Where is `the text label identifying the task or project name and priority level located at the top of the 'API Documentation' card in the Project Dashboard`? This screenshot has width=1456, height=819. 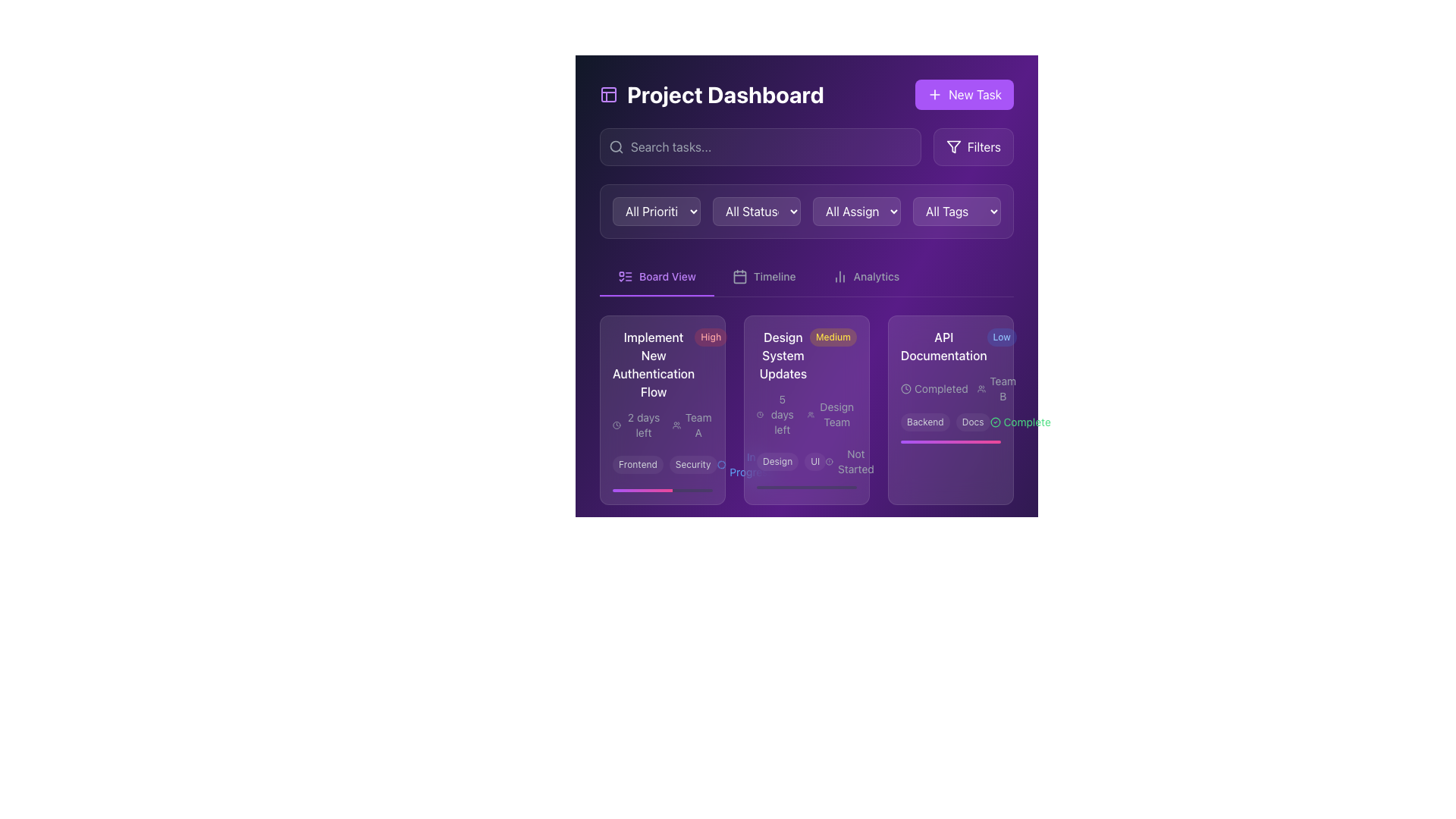 the text label identifying the task or project name and priority level located at the top of the 'API Documentation' card in the Project Dashboard is located at coordinates (949, 346).